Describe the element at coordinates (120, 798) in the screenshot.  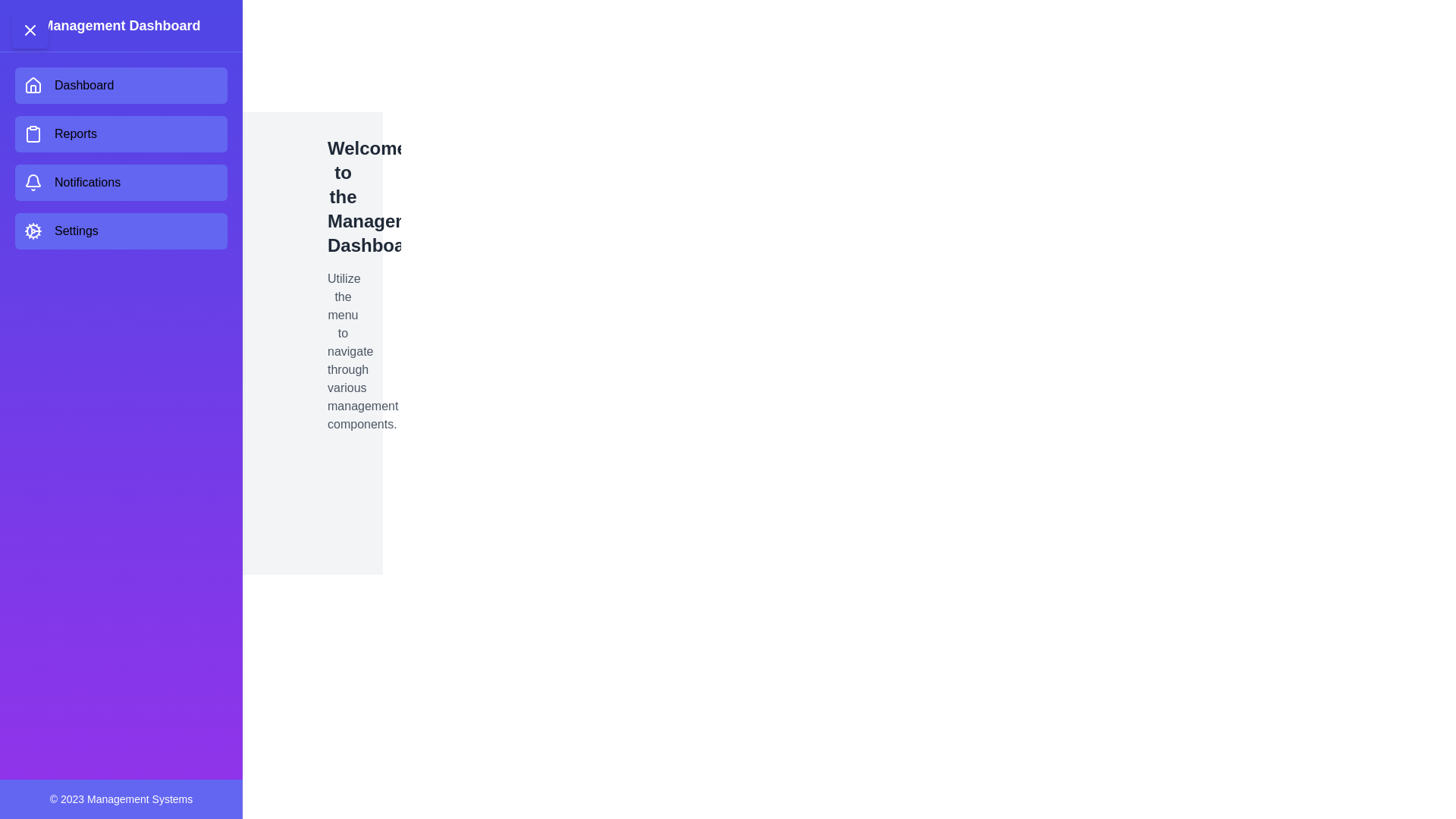
I see `the text block displaying '© 2023 Management Systems' in small white font against a purple background, located at the bottom of the design panel` at that location.